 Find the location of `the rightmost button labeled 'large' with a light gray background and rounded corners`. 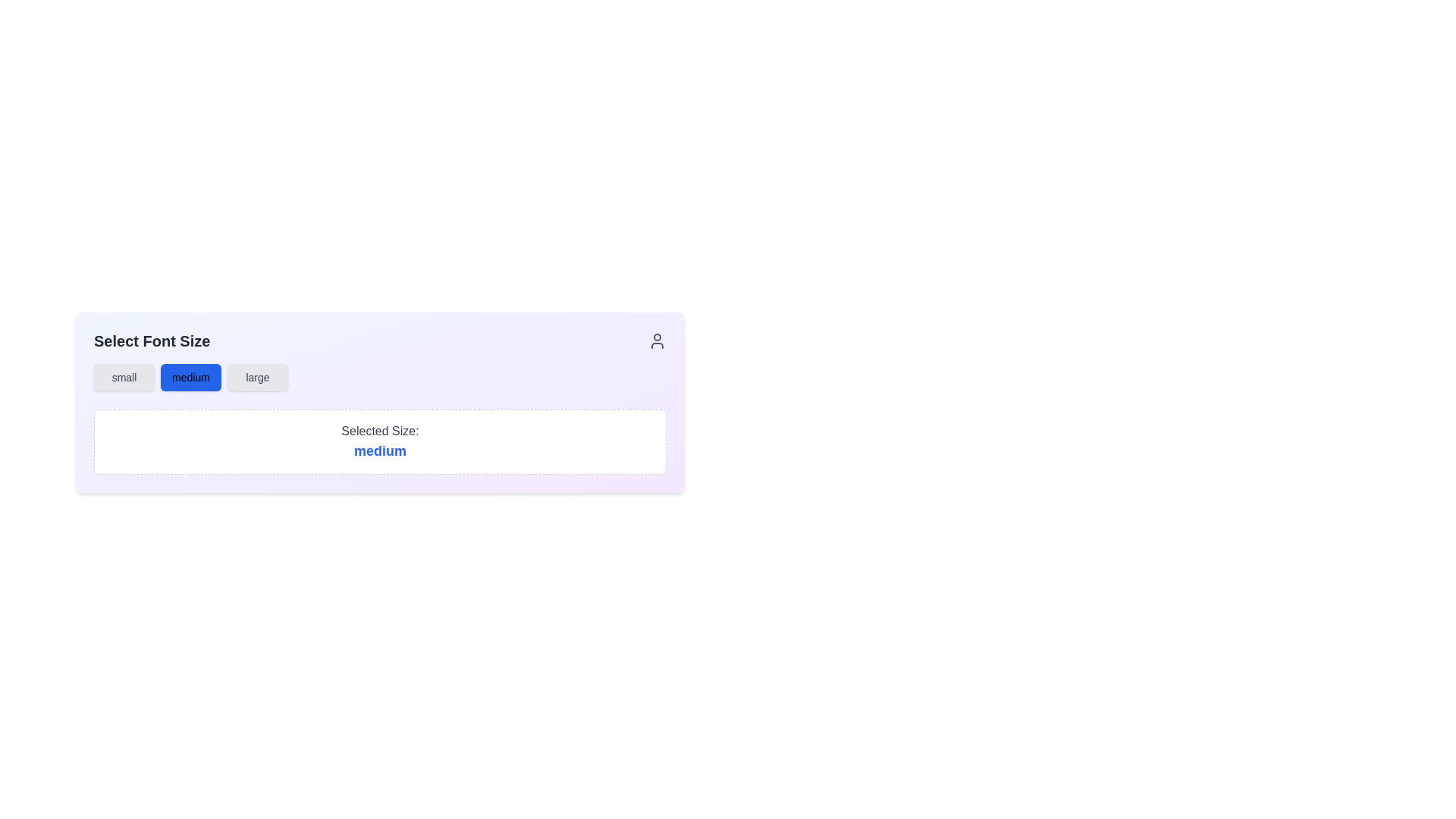

the rightmost button labeled 'large' with a light gray background and rounded corners is located at coordinates (258, 376).